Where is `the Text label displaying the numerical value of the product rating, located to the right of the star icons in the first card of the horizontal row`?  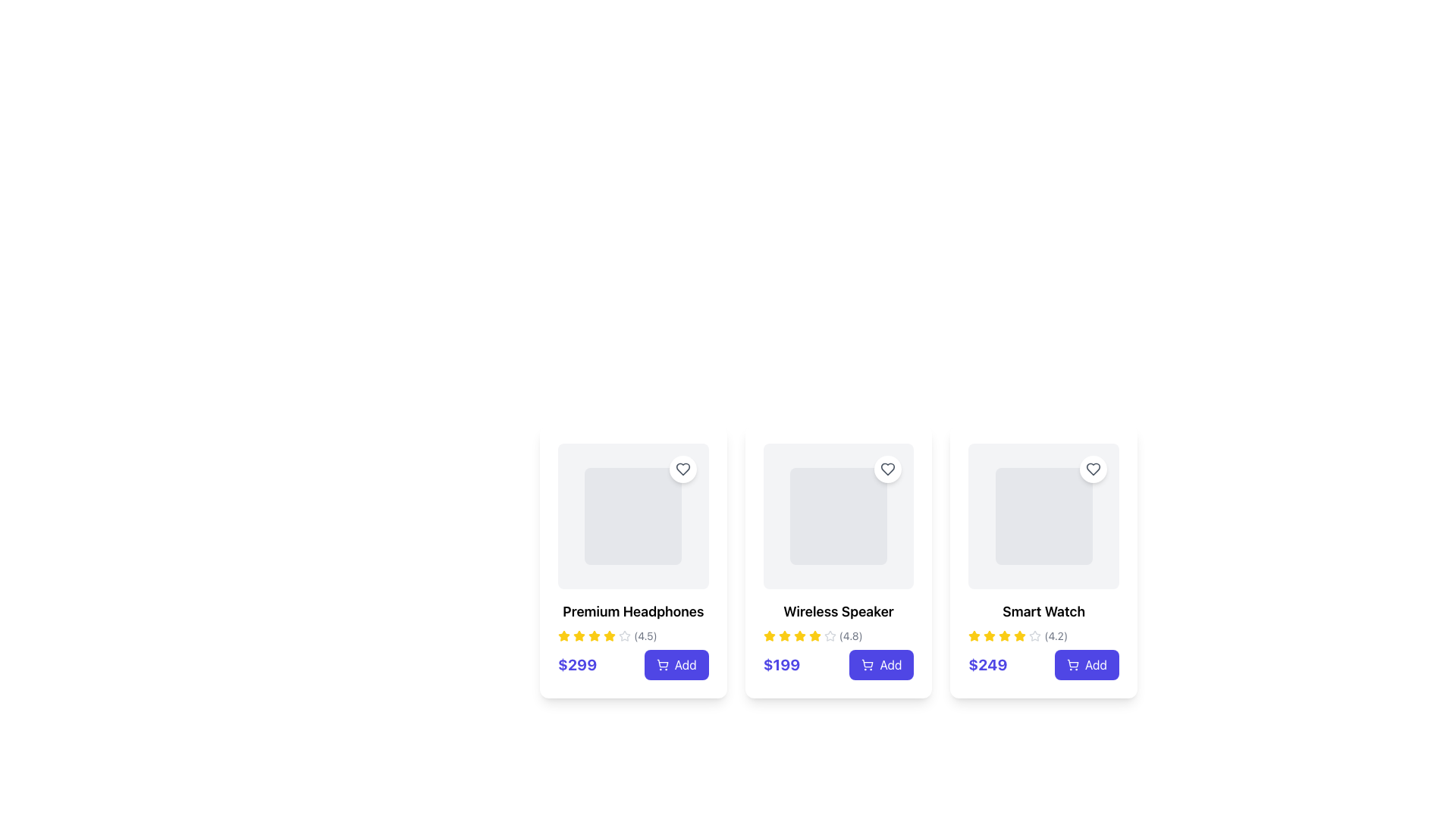 the Text label displaying the numerical value of the product rating, located to the right of the star icons in the first card of the horizontal row is located at coordinates (645, 636).